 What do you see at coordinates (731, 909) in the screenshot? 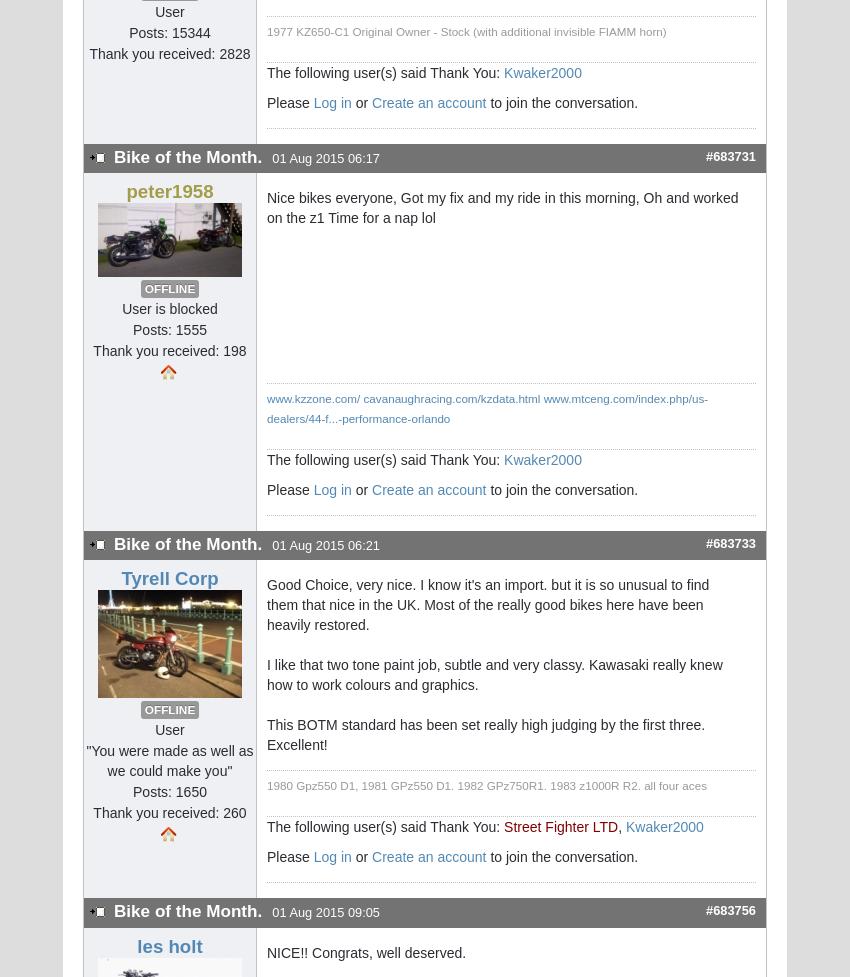
I see `'#683756'` at bounding box center [731, 909].